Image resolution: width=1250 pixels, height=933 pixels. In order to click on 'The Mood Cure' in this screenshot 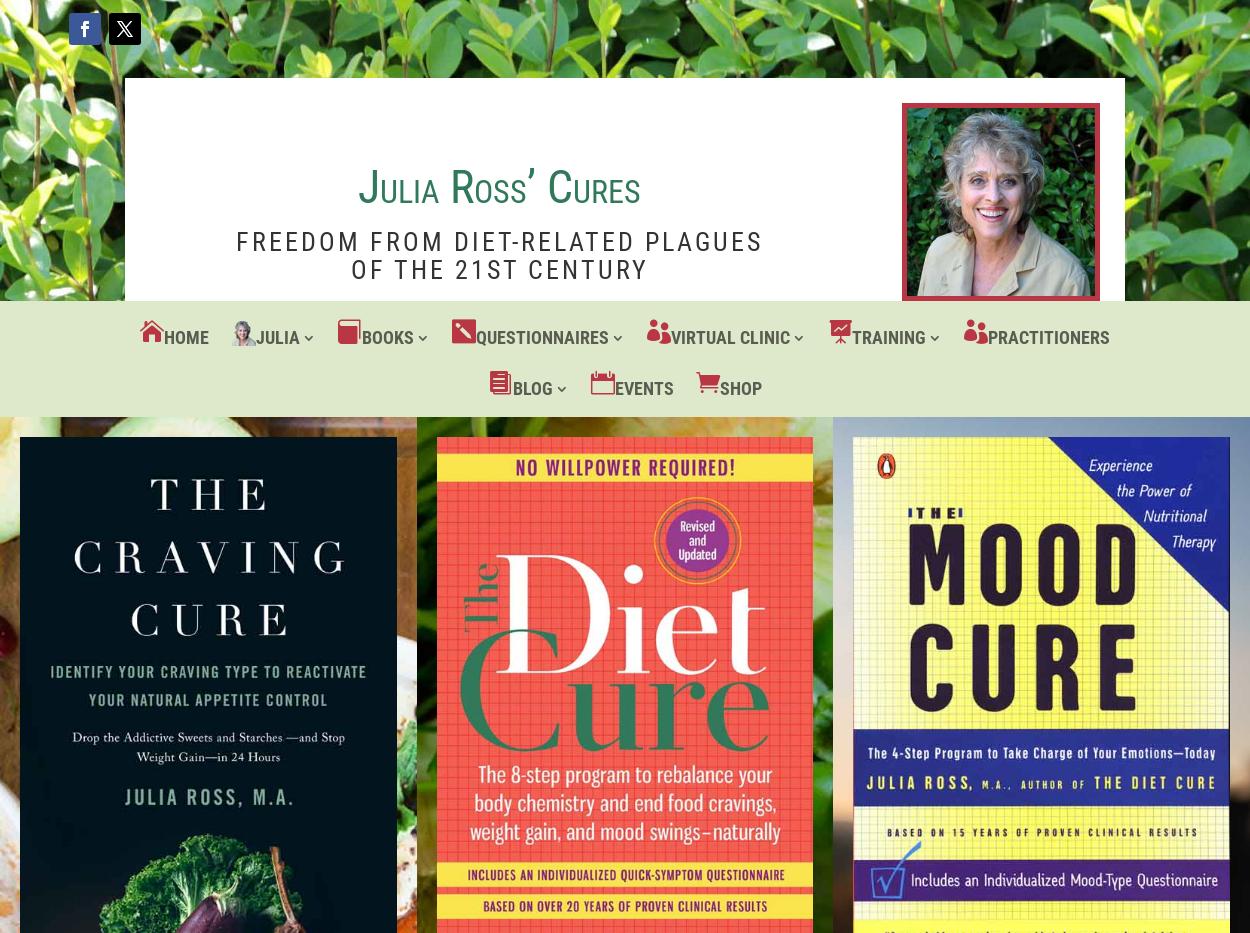, I will do `click(428, 509)`.